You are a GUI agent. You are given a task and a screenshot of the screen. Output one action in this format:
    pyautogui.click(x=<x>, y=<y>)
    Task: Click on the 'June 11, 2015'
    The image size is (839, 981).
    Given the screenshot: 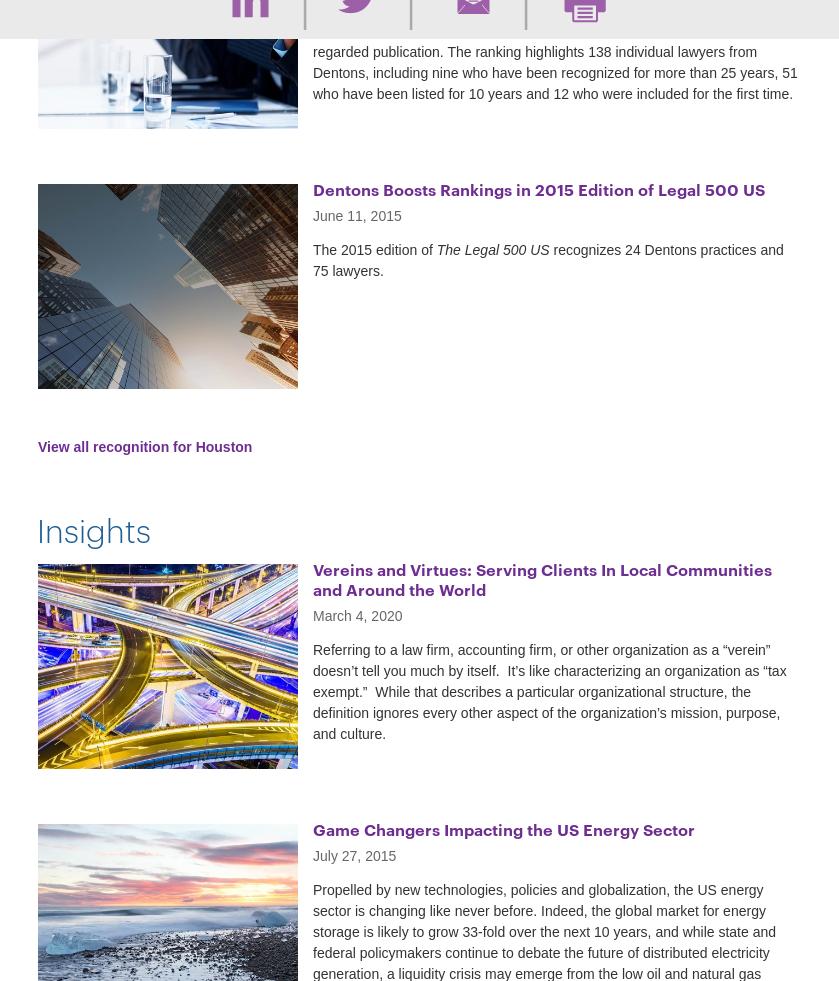 What is the action you would take?
    pyautogui.click(x=356, y=214)
    